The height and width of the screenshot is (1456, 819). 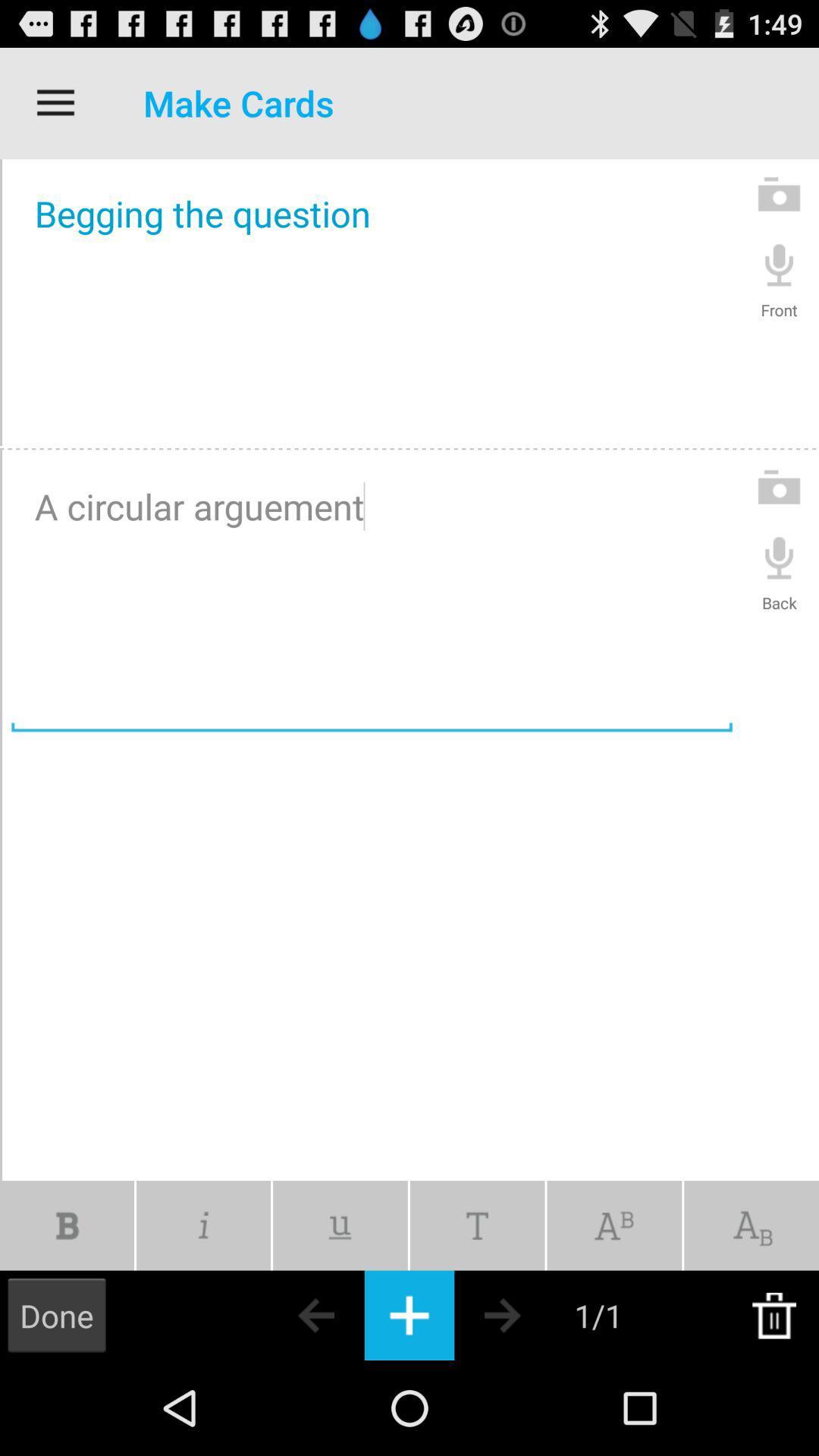 What do you see at coordinates (476, 1225) in the screenshot?
I see `text options` at bounding box center [476, 1225].